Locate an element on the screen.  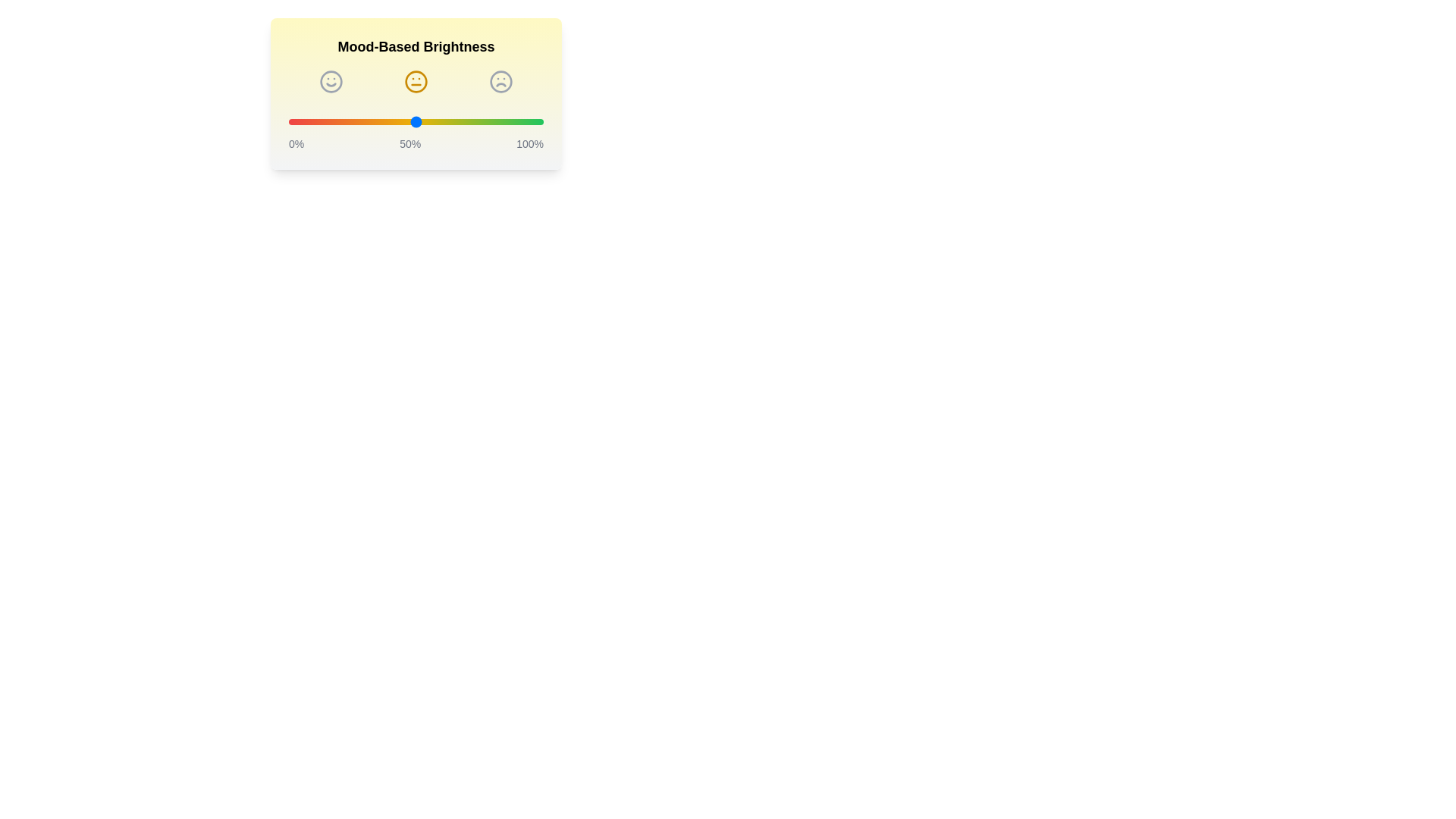
the brightness slider to 91% is located at coordinates (520, 121).